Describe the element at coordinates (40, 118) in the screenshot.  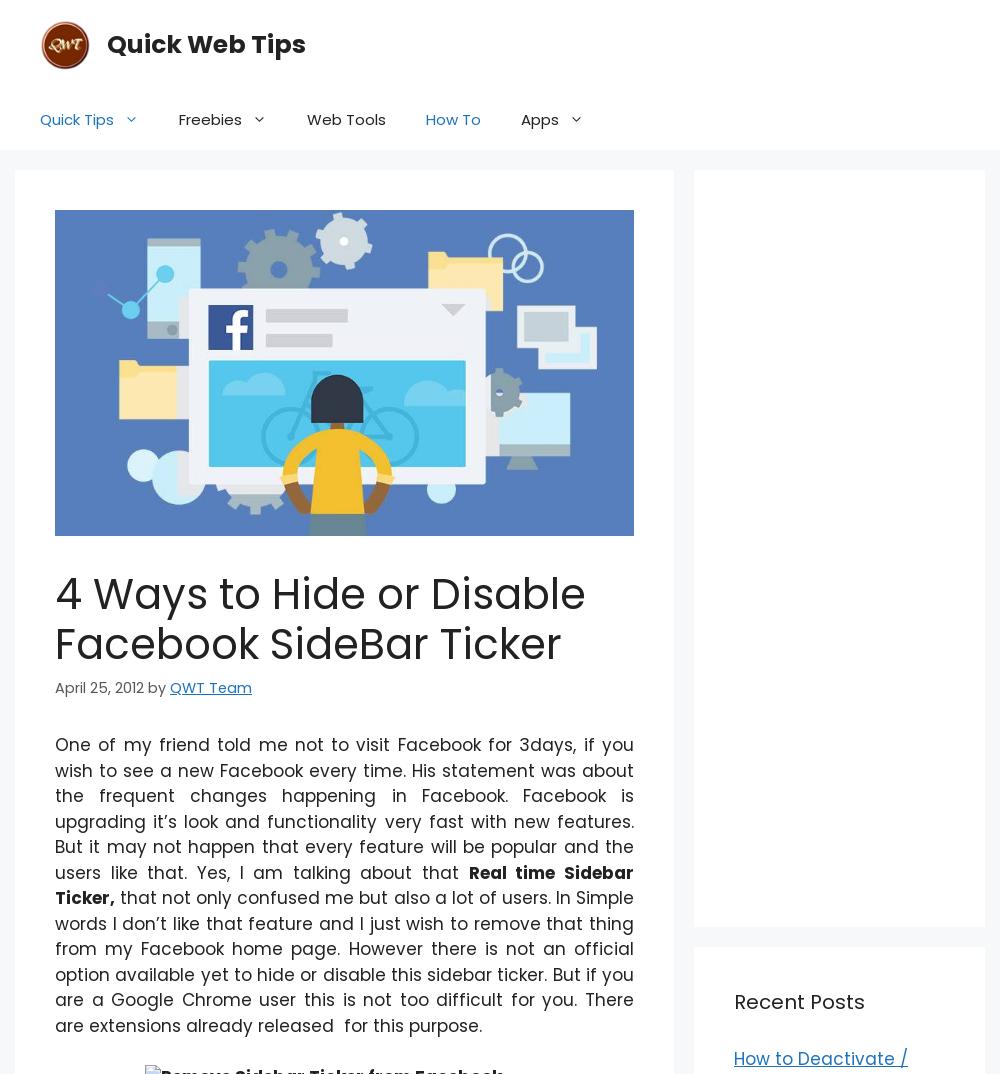
I see `'Quick Tips'` at that location.